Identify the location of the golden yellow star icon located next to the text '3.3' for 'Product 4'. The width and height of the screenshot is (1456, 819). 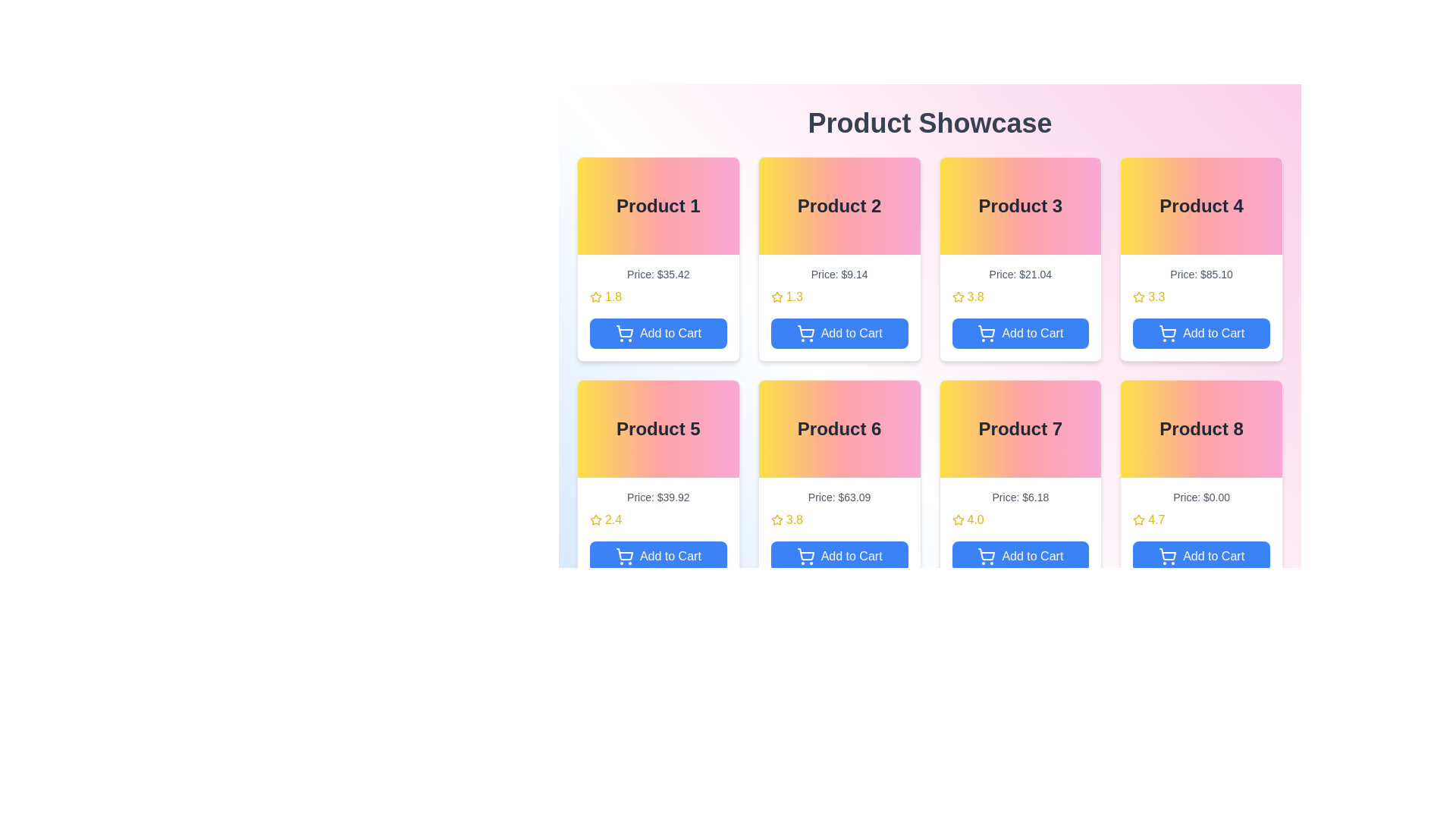
(1139, 297).